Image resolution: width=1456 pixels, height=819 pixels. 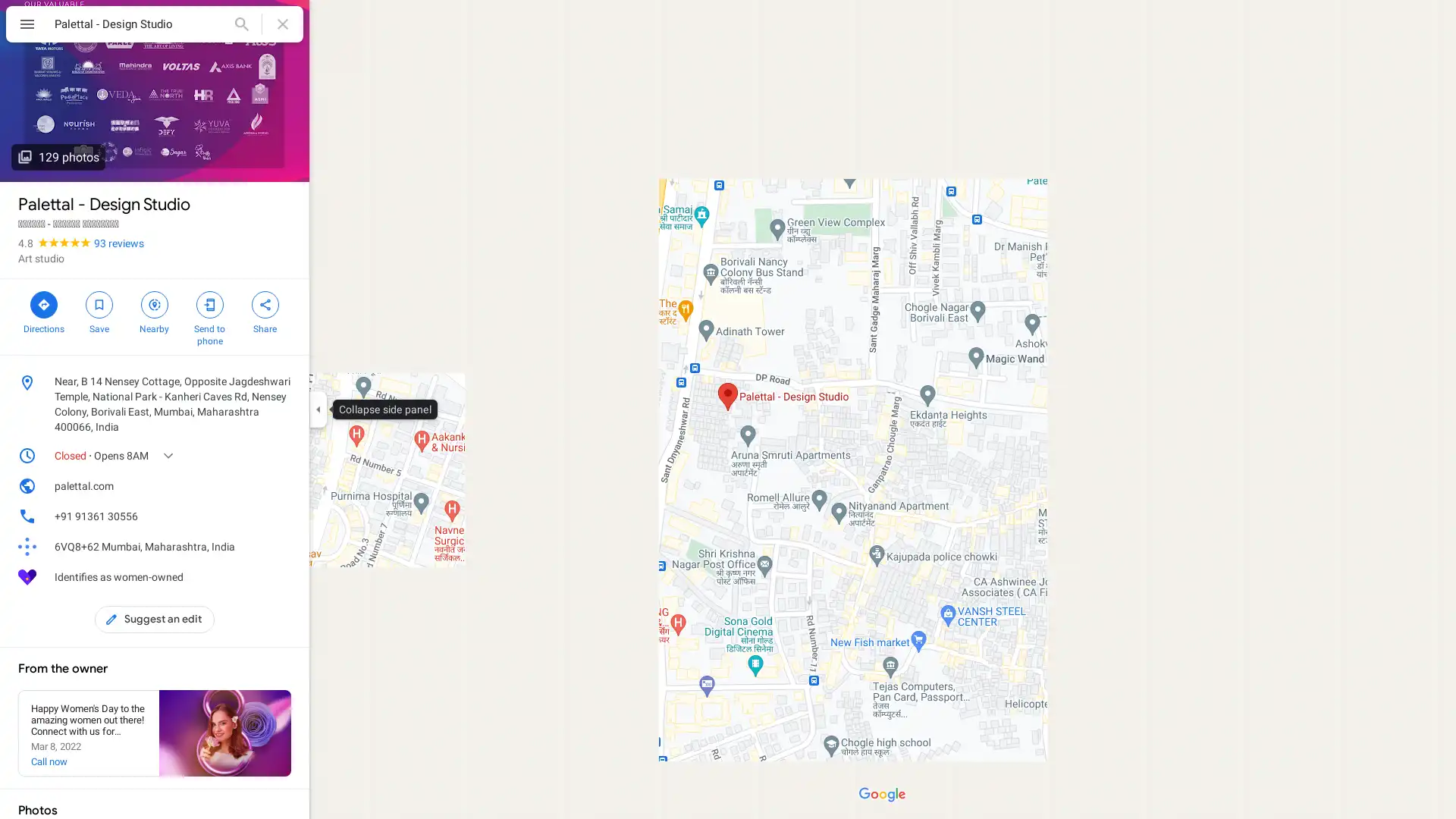 What do you see at coordinates (284, 382) in the screenshot?
I see `Copy address` at bounding box center [284, 382].